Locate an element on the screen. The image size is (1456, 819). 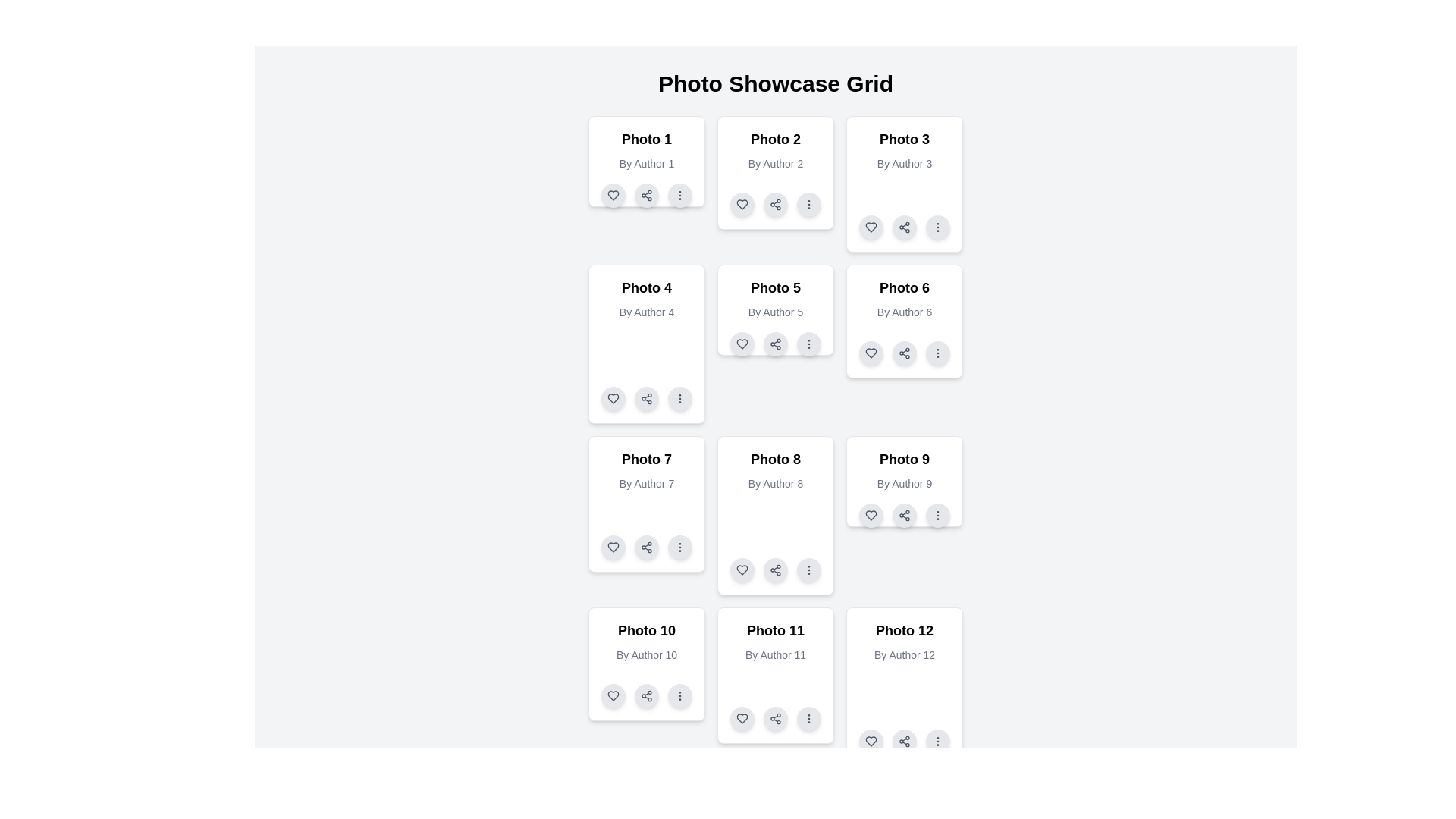
the button located is located at coordinates (679, 547).